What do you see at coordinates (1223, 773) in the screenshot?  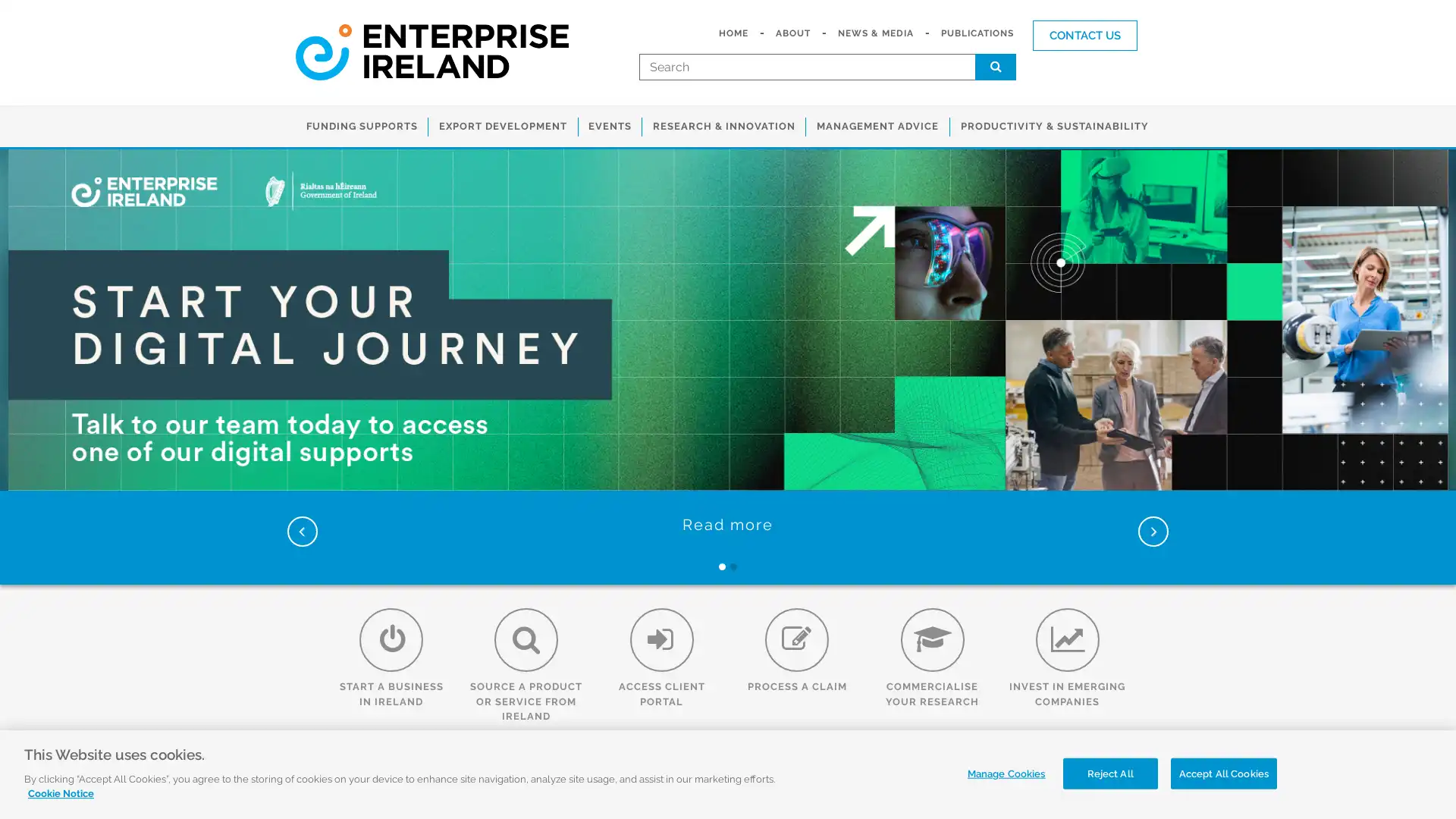 I see `Accept All Cookies` at bounding box center [1223, 773].